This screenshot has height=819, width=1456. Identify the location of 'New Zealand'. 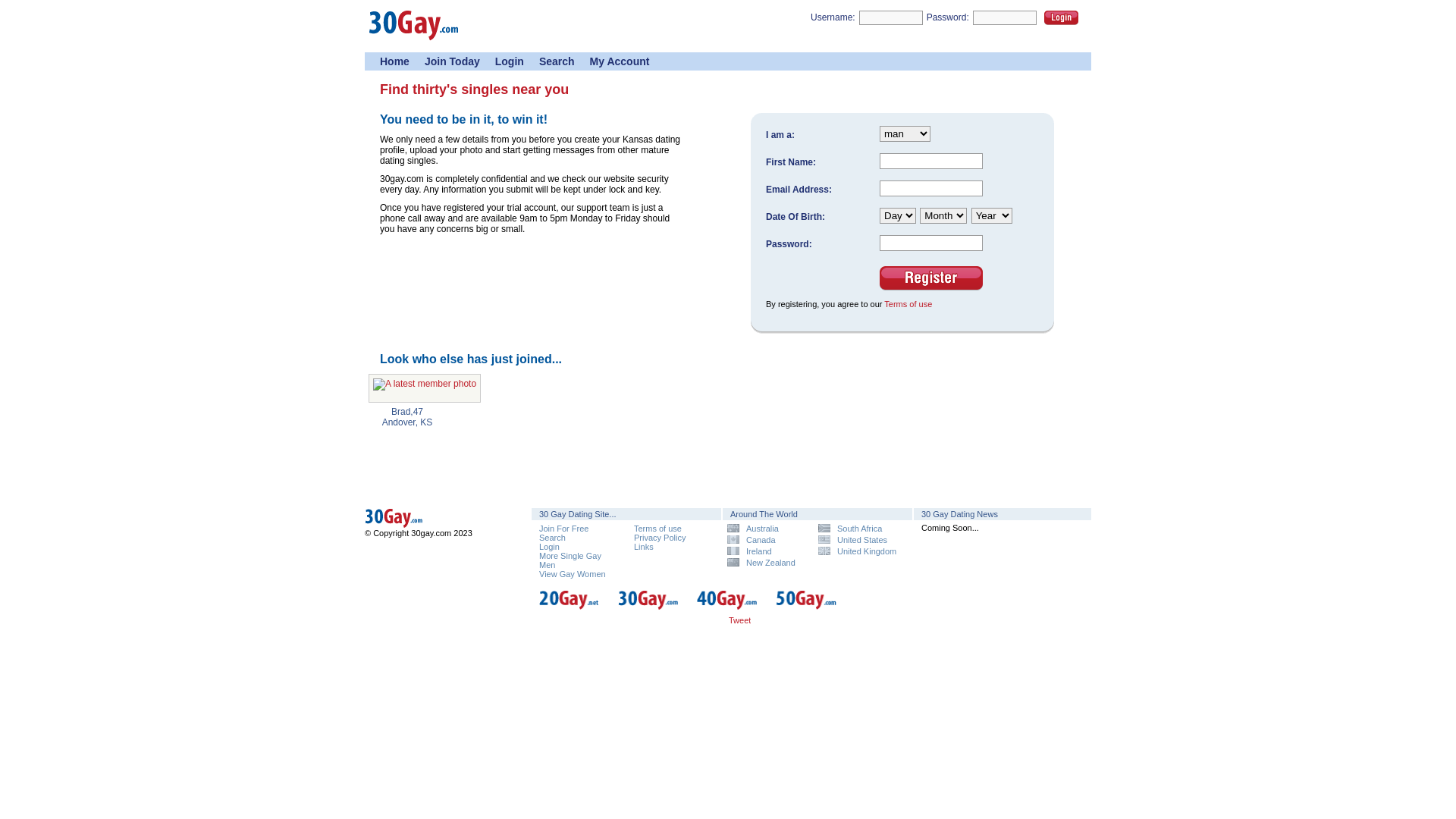
(726, 562).